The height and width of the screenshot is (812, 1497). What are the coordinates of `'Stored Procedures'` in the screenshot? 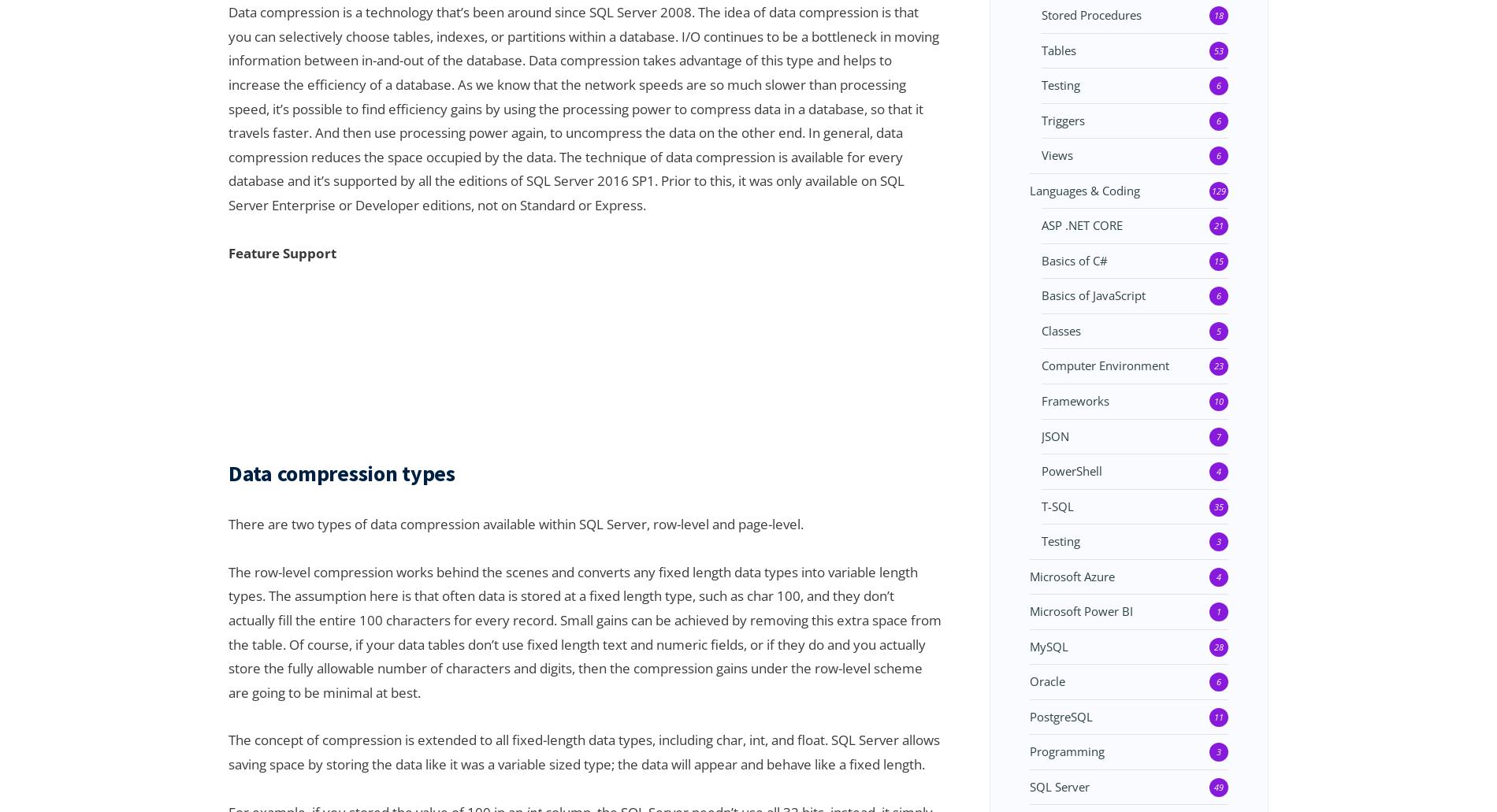 It's located at (1041, 14).